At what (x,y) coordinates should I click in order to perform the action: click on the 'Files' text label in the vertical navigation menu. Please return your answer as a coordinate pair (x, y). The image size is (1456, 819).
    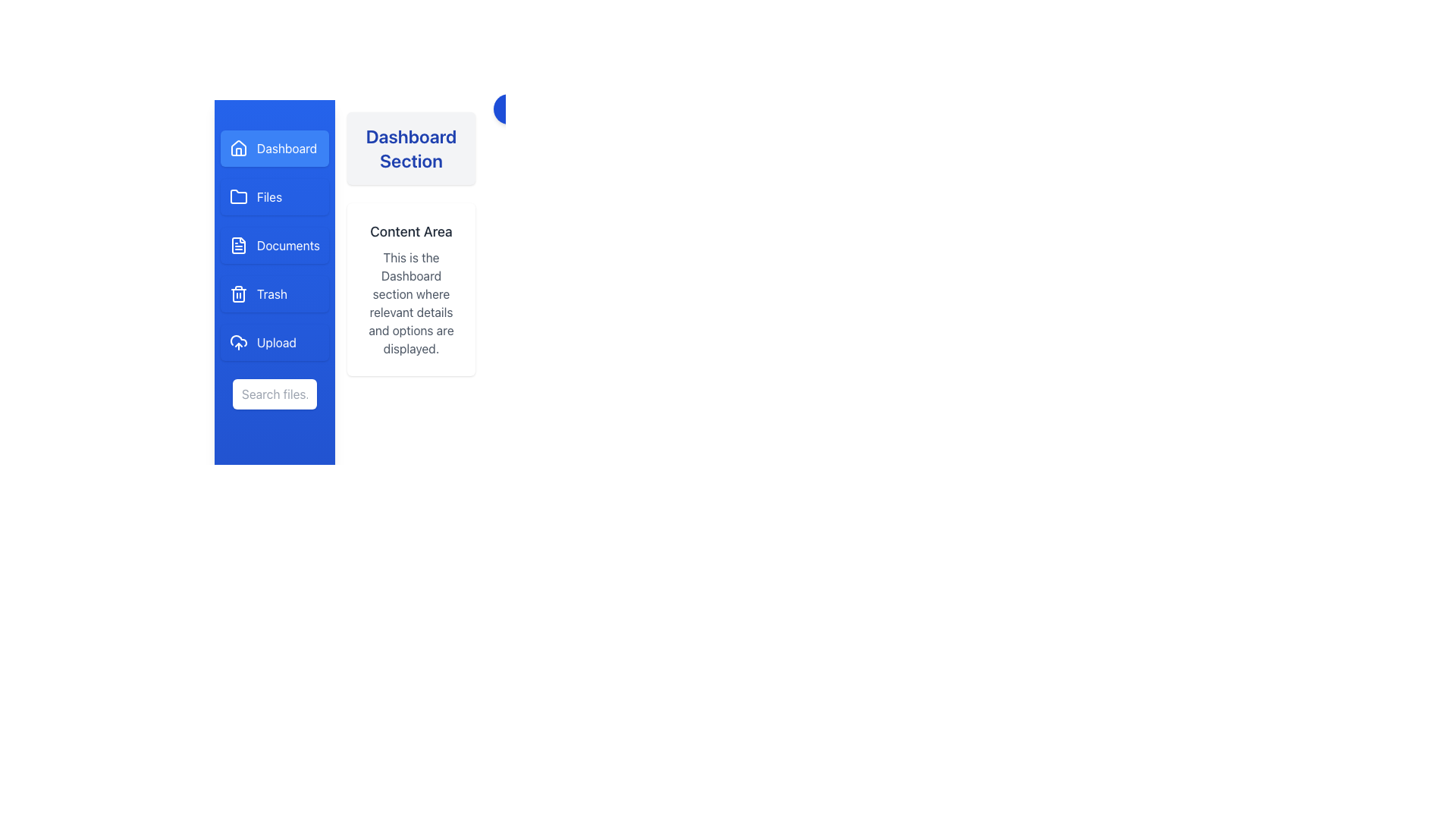
    Looking at the image, I should click on (269, 196).